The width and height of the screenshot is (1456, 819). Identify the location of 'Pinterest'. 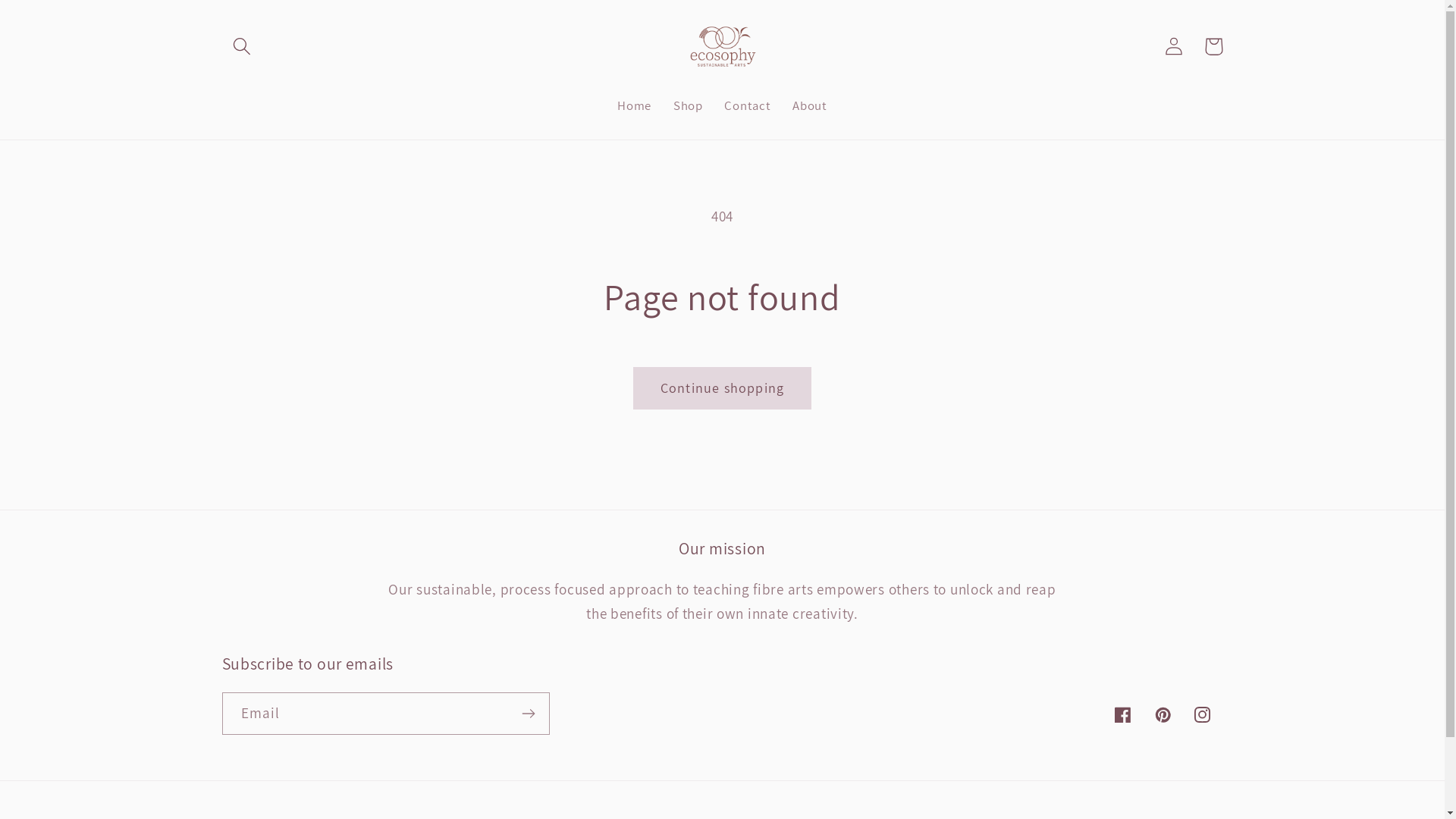
(1162, 714).